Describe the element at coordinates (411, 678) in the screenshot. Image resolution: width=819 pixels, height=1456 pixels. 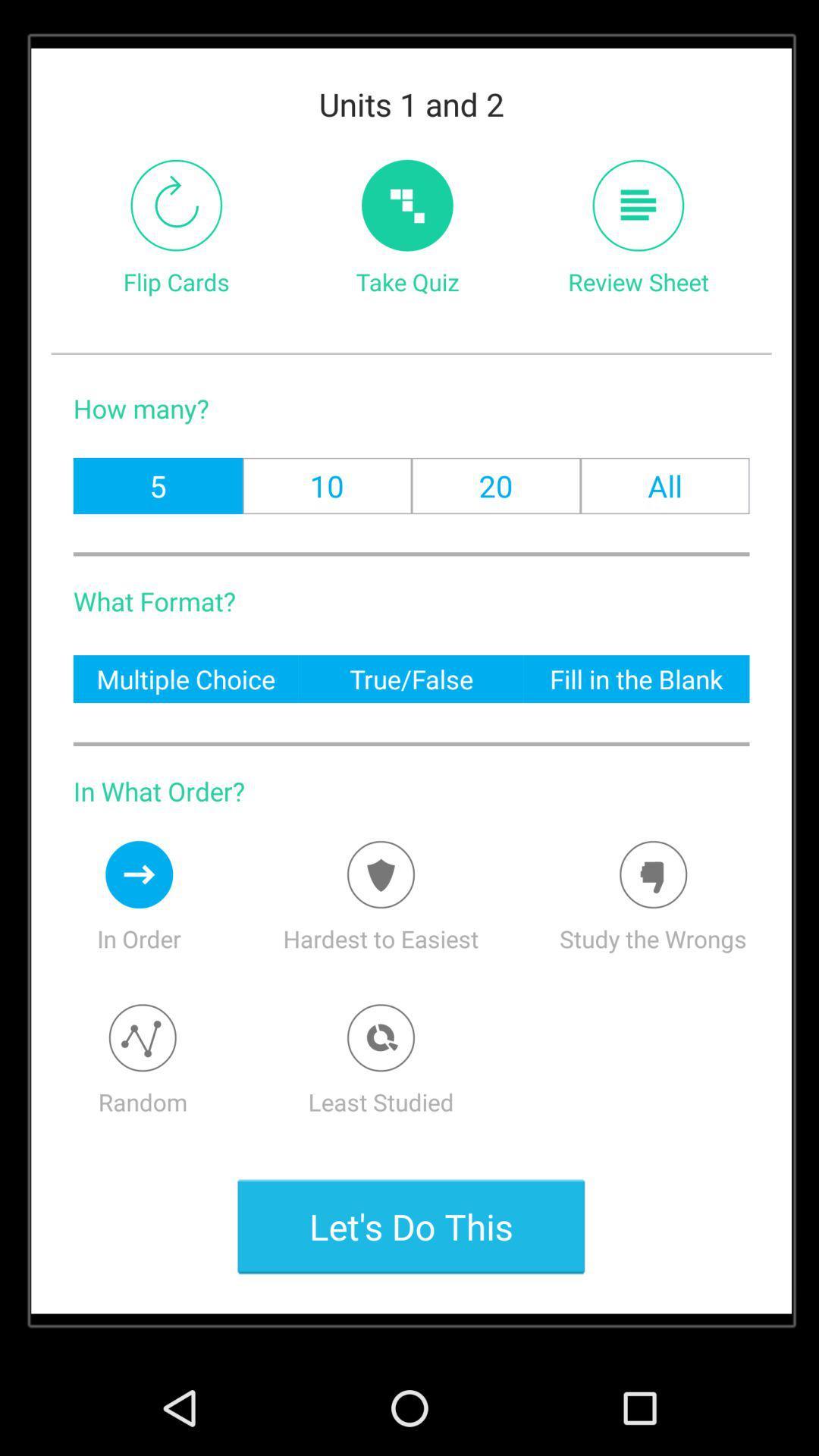
I see `the true/false item` at that location.